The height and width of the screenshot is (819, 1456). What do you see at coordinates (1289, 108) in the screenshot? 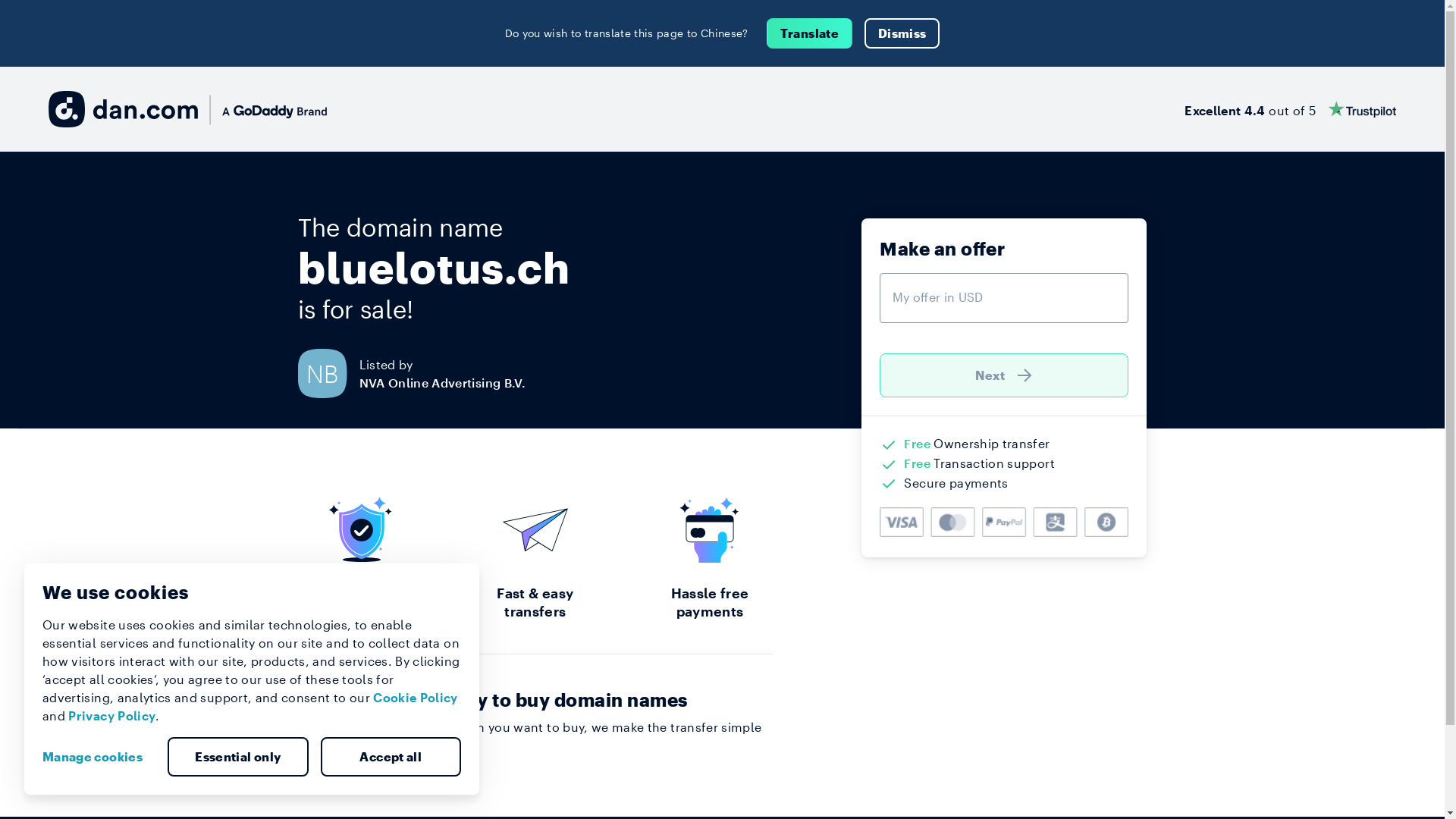
I see `'Excellent 4.4 out of 5'` at bounding box center [1289, 108].